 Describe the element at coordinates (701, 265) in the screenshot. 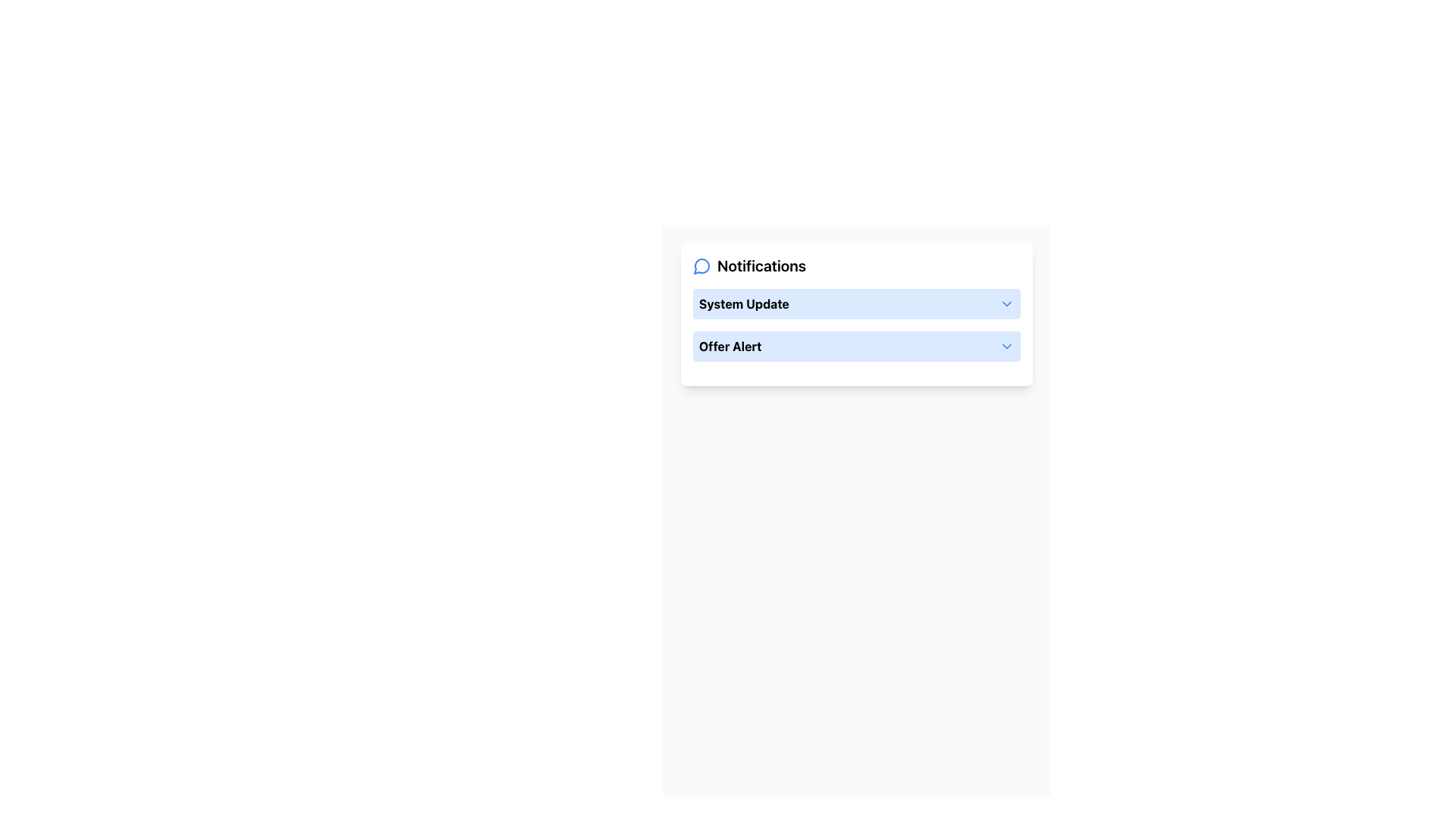

I see `the small blue message bubble icon located to the left of the 'Notifications' text in the notifications section header` at that location.